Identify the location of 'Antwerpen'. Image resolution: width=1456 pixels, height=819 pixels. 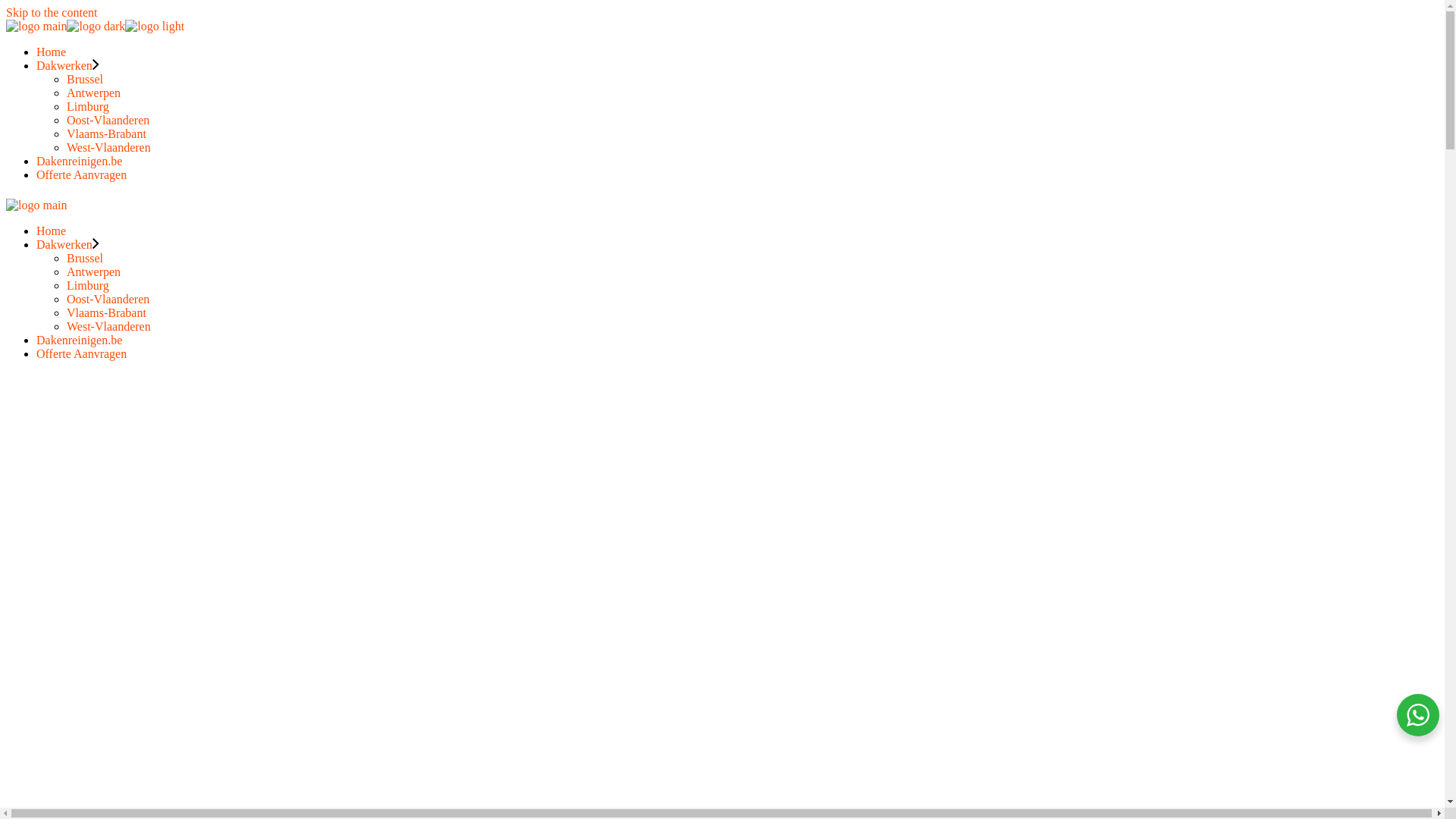
(93, 93).